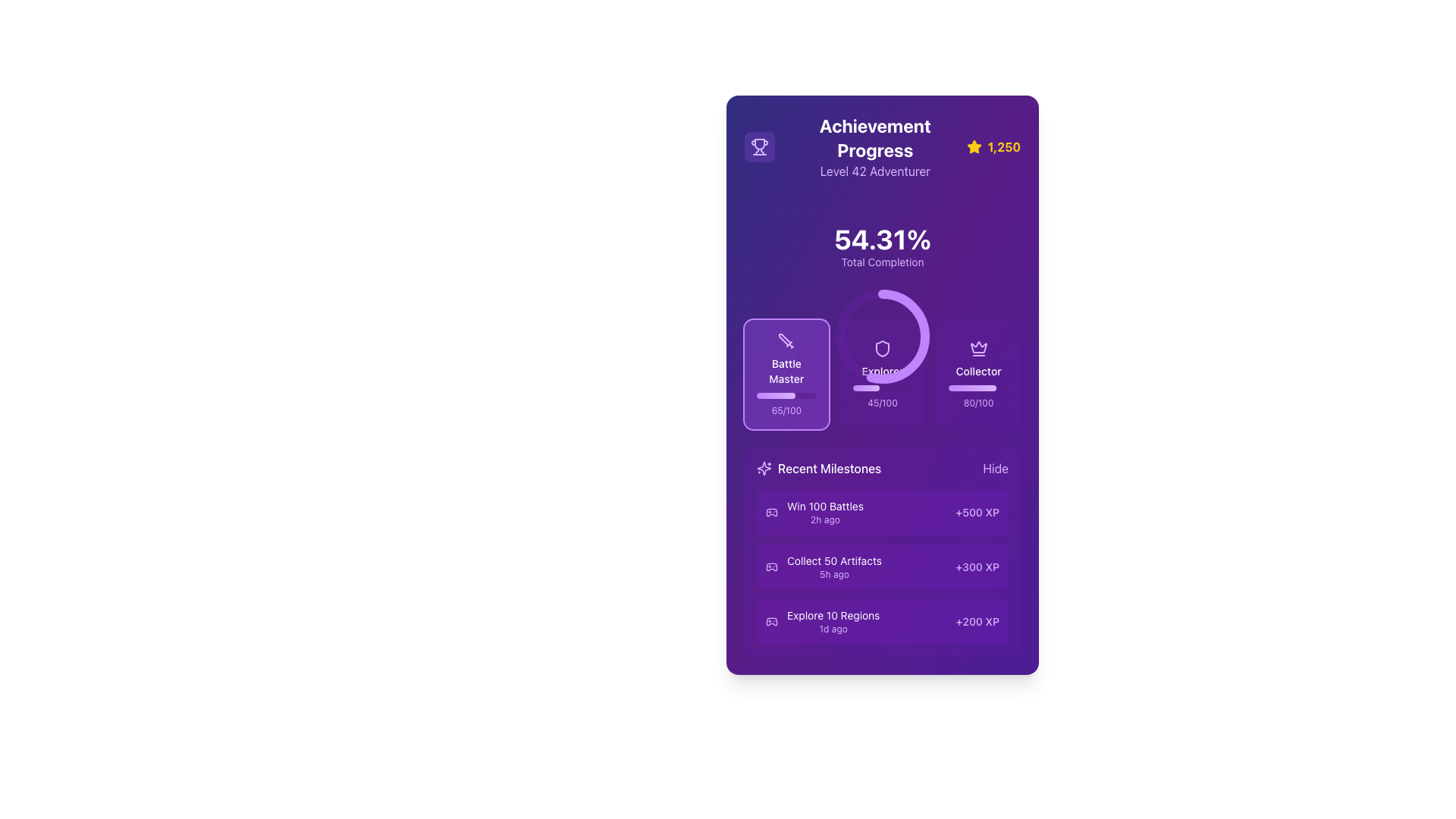 Image resolution: width=1456 pixels, height=819 pixels. I want to click on the first list item in the 'Recent Milestones' section that represents the milestone 'Win 100 Battles' for more details, so click(814, 512).